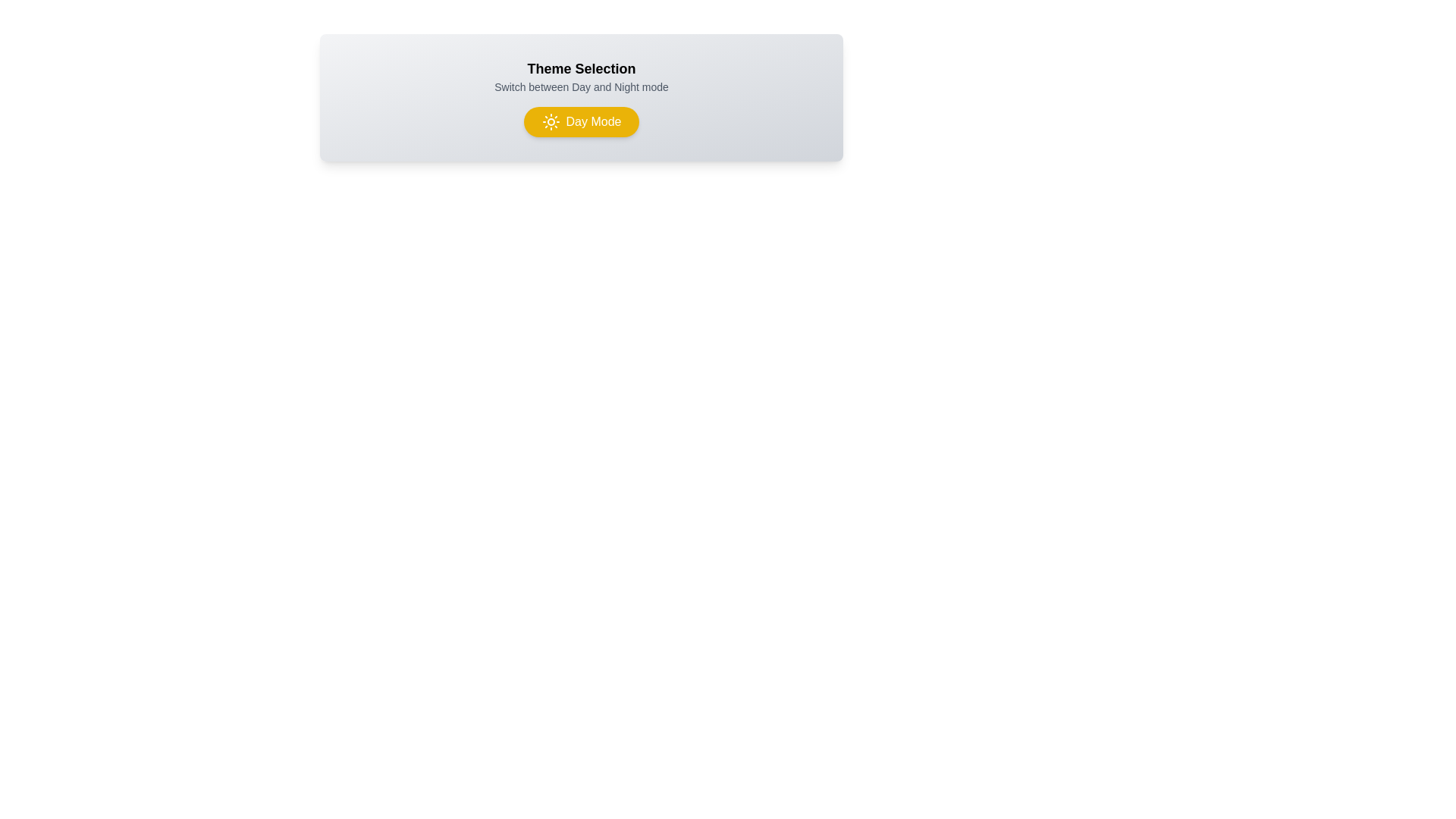 Image resolution: width=1456 pixels, height=819 pixels. I want to click on the button labeled 'Day Mode' to switch to Night Mode, so click(581, 121).